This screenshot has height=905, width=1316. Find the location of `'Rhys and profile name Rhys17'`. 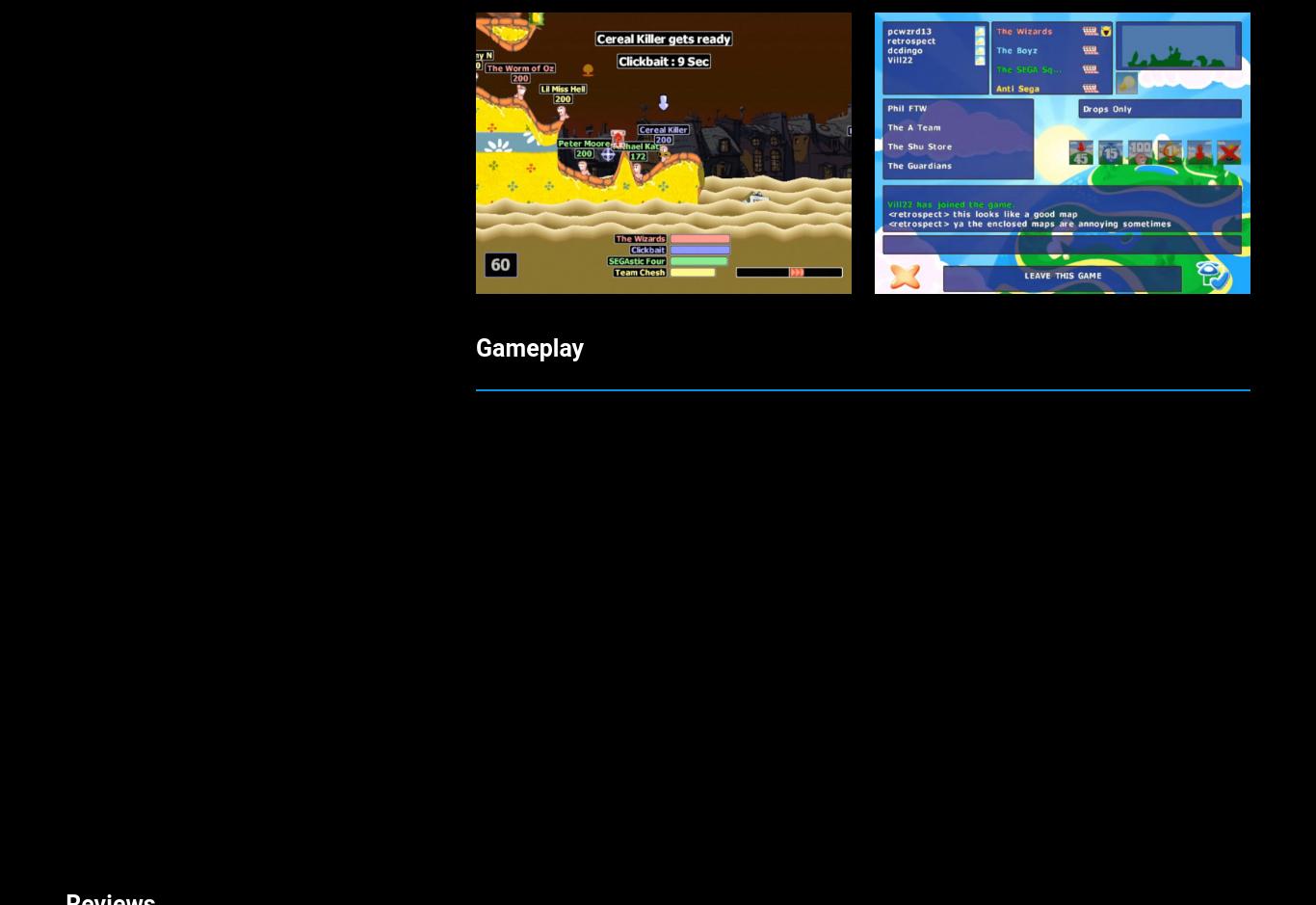

'Rhys and profile name Rhys17' is located at coordinates (167, 601).